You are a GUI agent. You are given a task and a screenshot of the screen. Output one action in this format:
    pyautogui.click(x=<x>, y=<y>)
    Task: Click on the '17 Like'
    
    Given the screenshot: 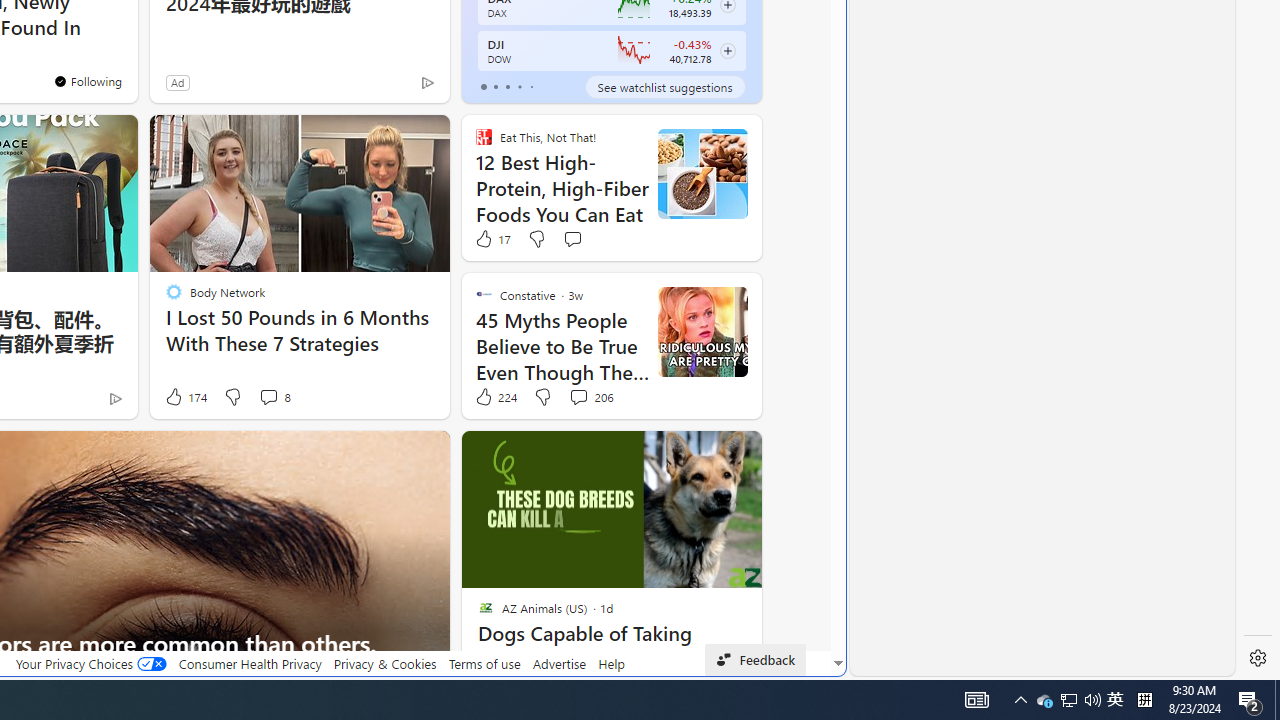 What is the action you would take?
    pyautogui.click(x=491, y=237)
    